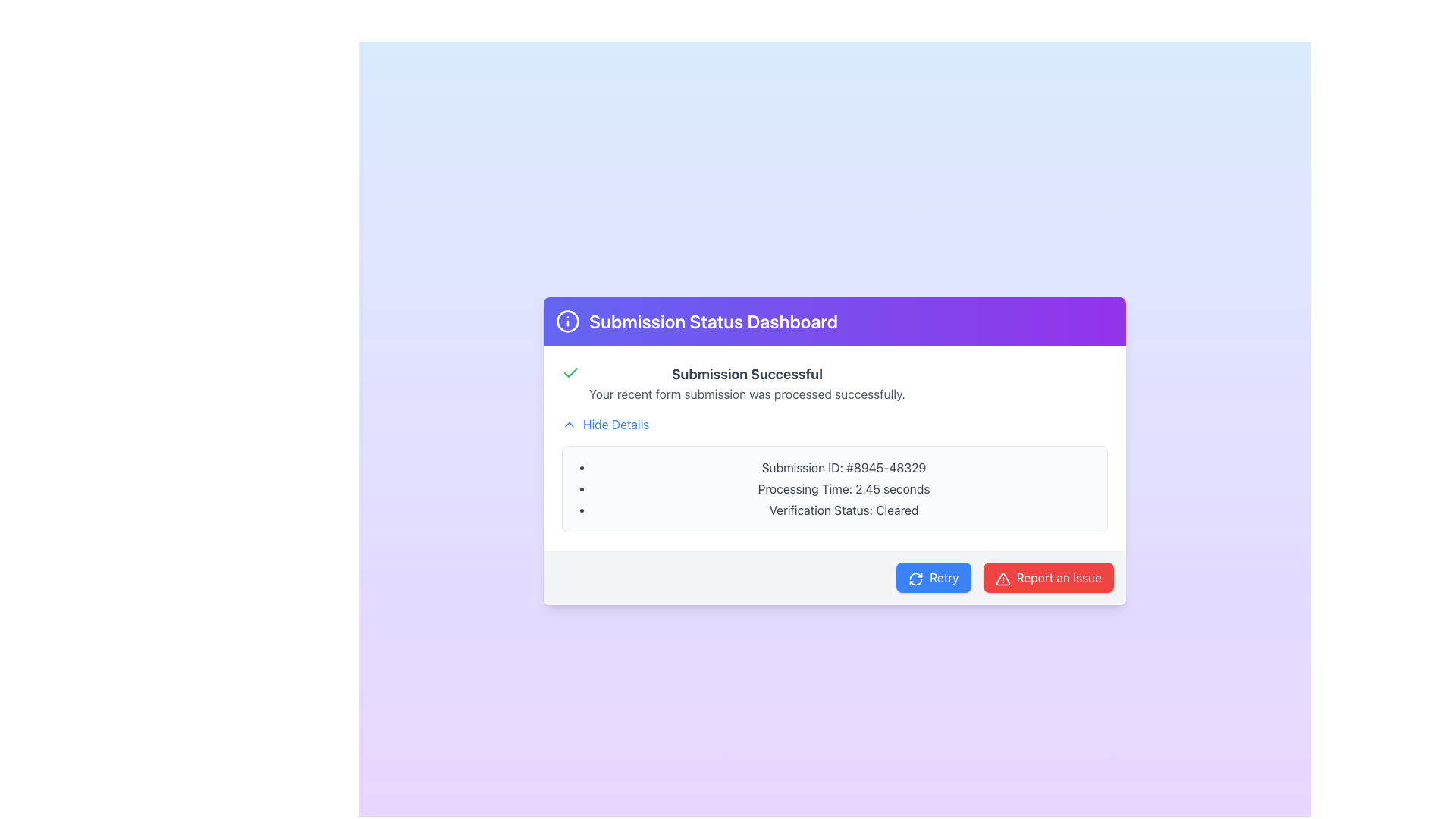  I want to click on the red triangular warning icon with a rounded border located in the upper-right section of the interface, near the heading 'Submission Status Dashboard', so click(1003, 579).